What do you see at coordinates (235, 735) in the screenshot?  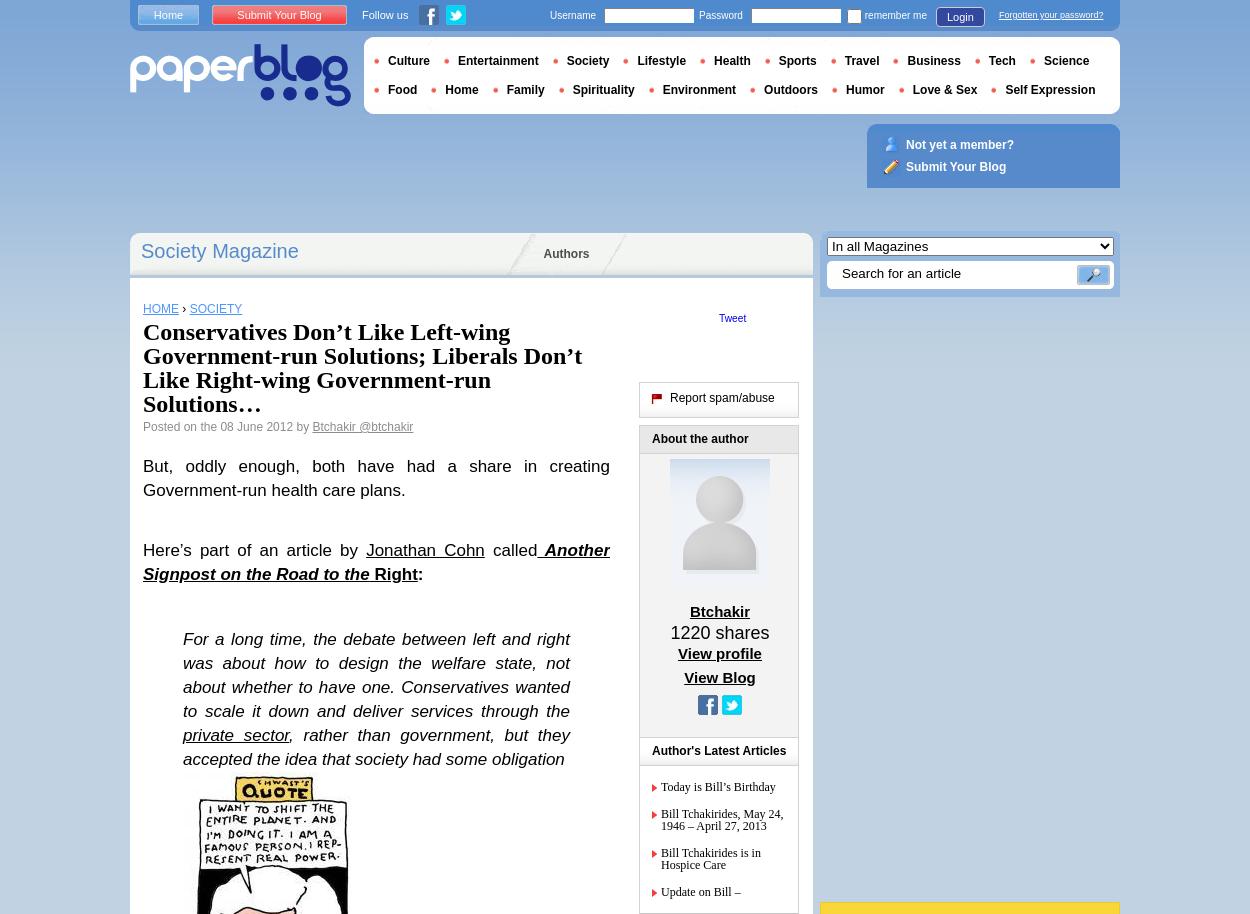 I see `'private sector'` at bounding box center [235, 735].